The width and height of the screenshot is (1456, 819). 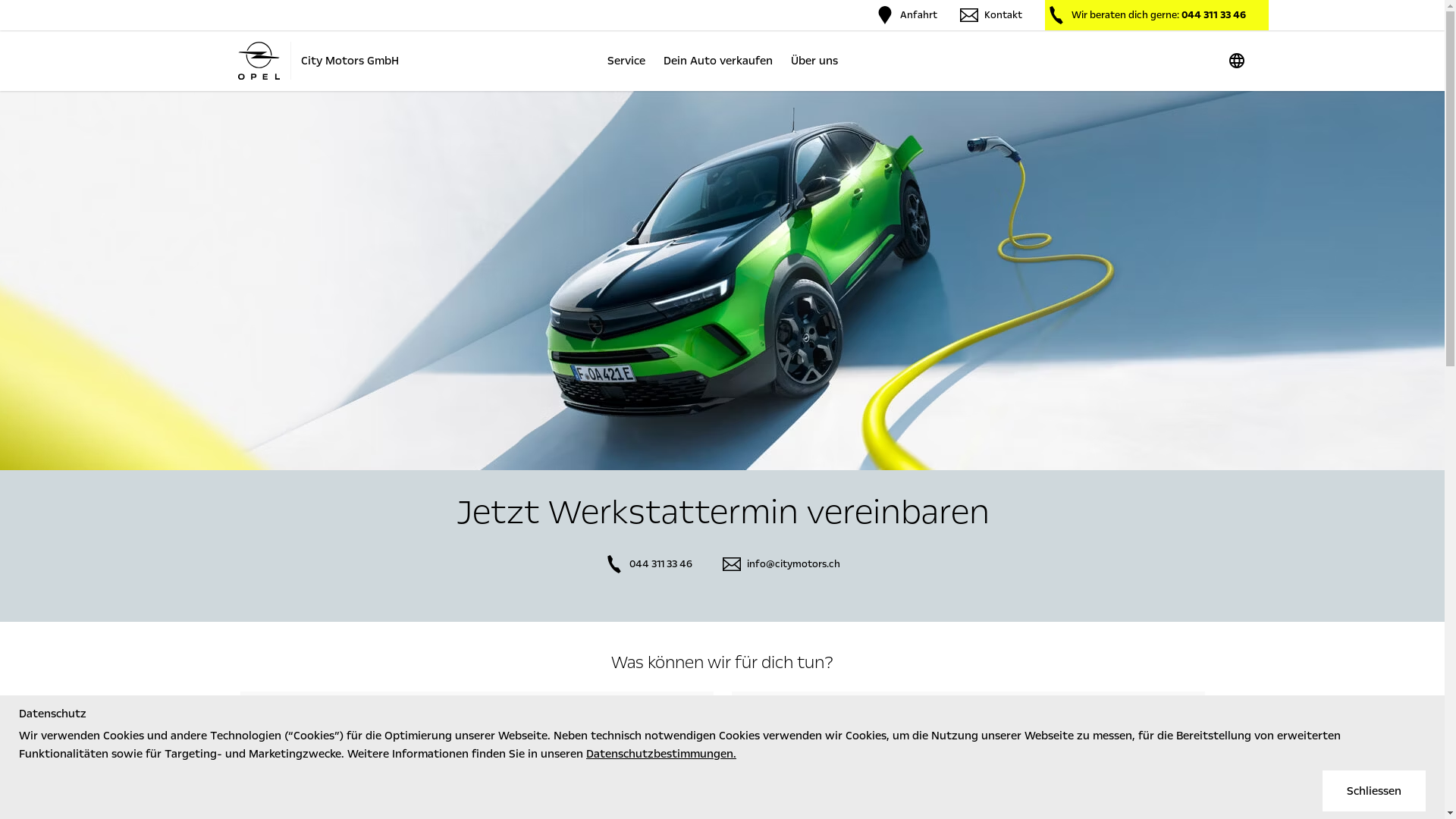 What do you see at coordinates (780, 564) in the screenshot?
I see `'info@citymotors.ch'` at bounding box center [780, 564].